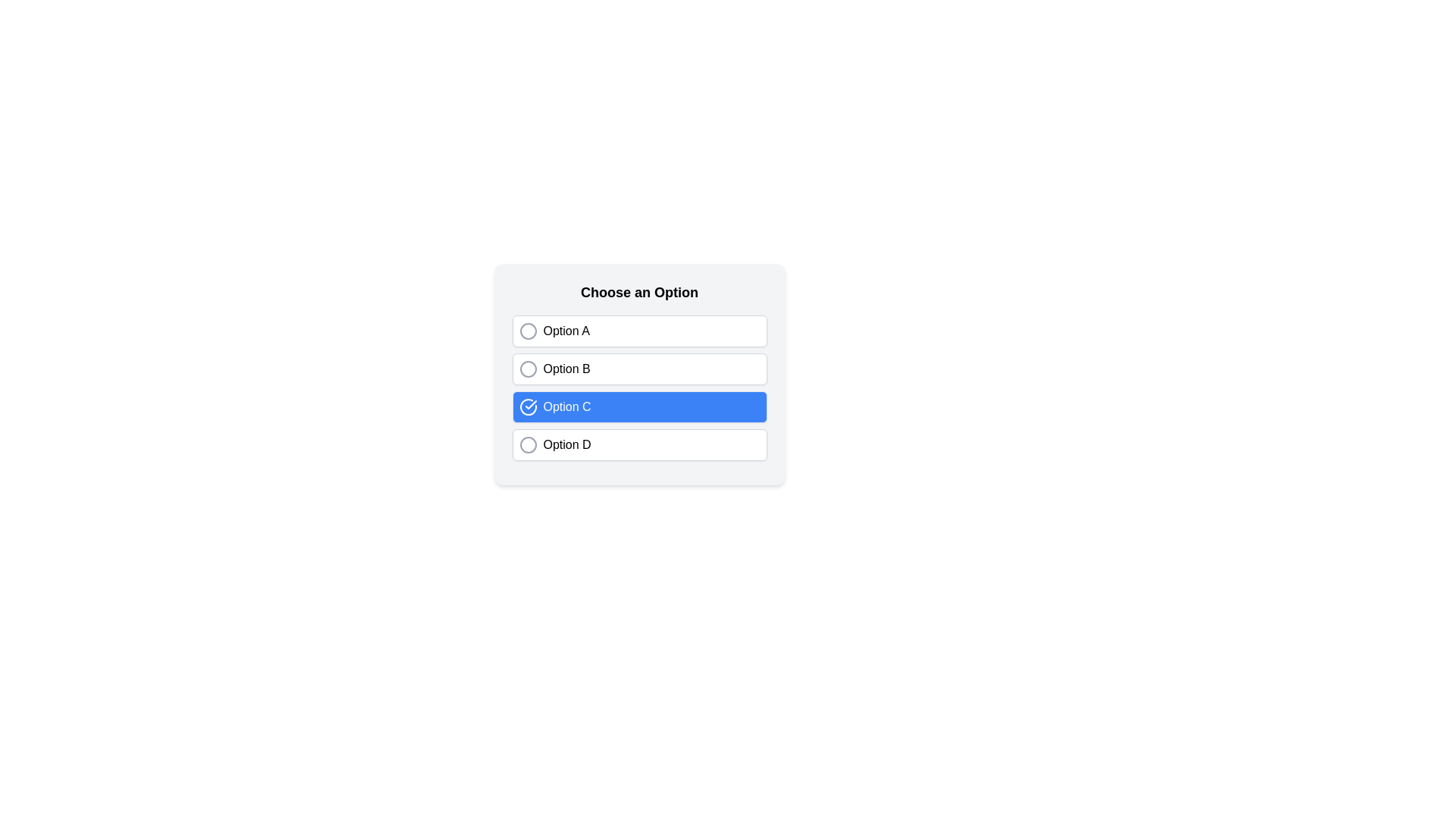 The height and width of the screenshot is (819, 1456). What do you see at coordinates (528, 444) in the screenshot?
I see `the circular radio button indicator` at bounding box center [528, 444].